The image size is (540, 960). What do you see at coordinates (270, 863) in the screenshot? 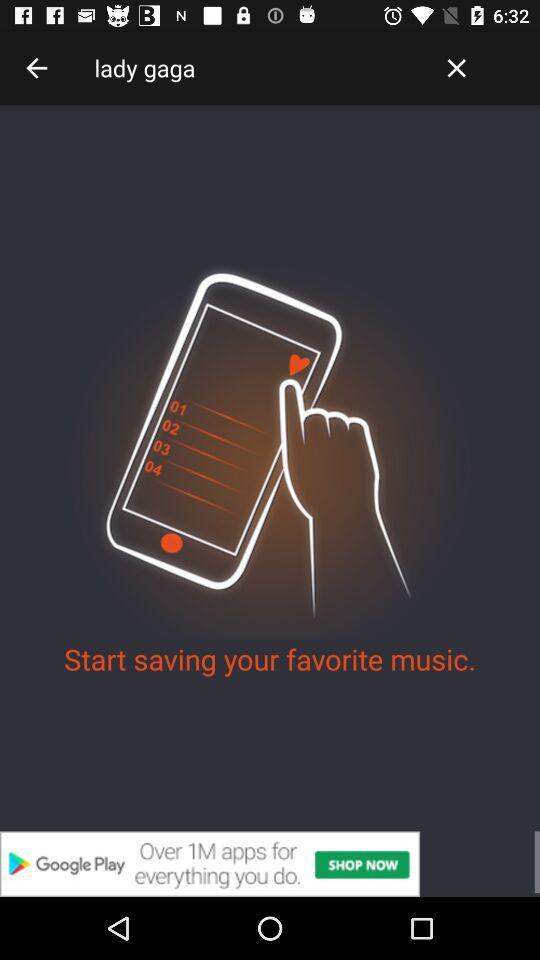
I see `banner` at bounding box center [270, 863].